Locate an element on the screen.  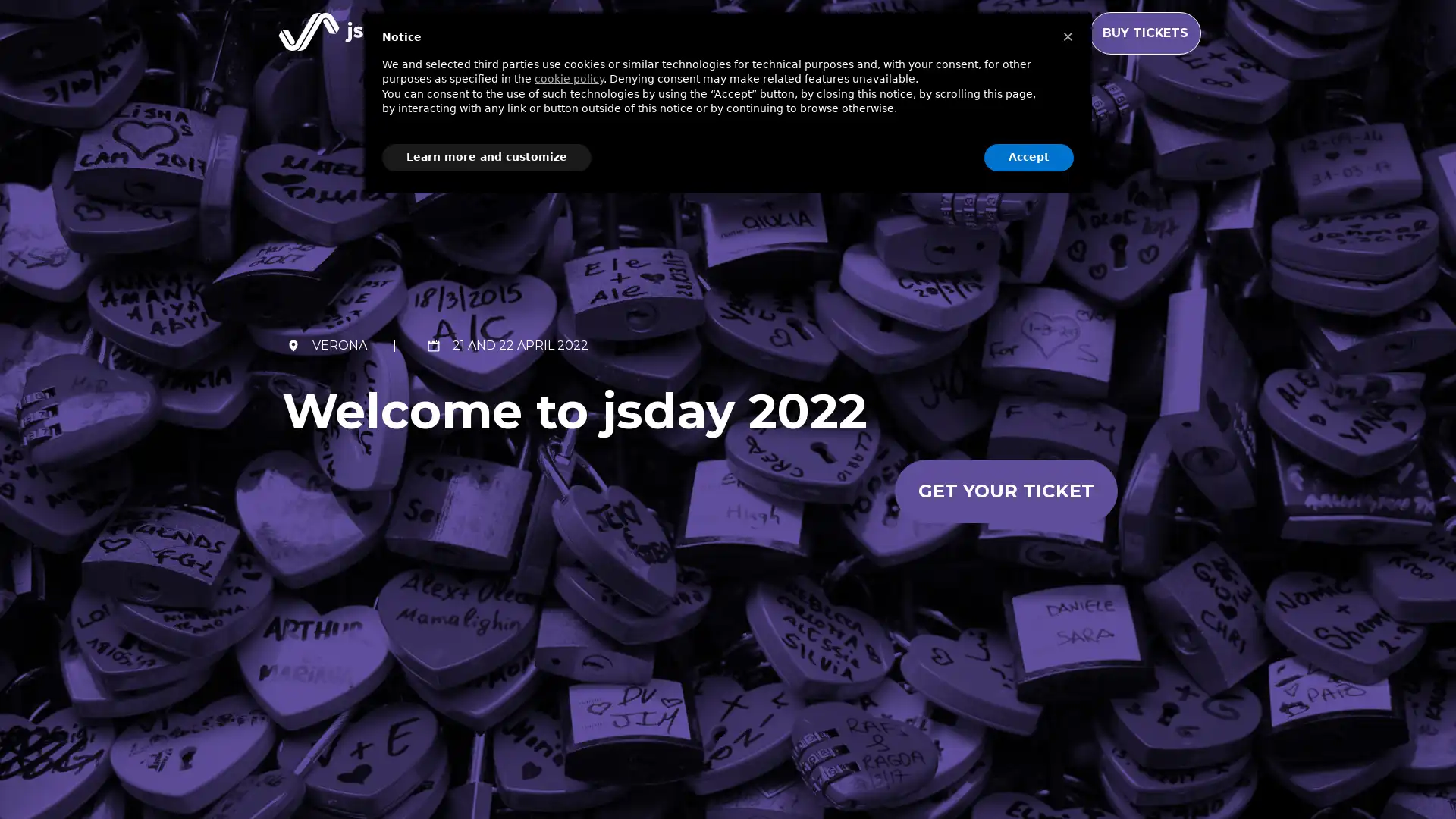
Accept is located at coordinates (1029, 157).